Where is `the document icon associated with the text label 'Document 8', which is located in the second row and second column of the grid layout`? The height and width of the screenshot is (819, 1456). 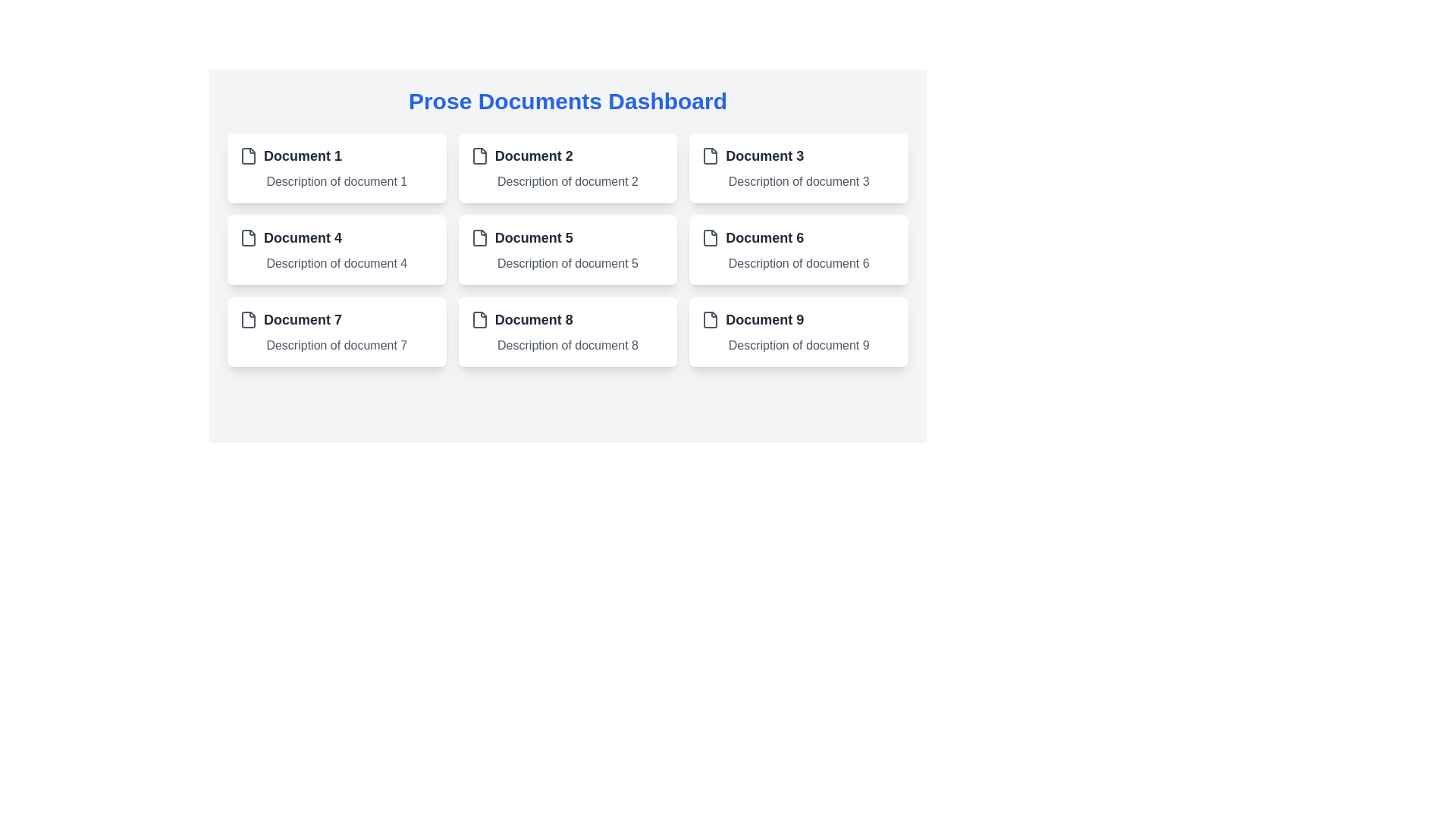 the document icon associated with the text label 'Document 8', which is located in the second row and second column of the grid layout is located at coordinates (479, 318).